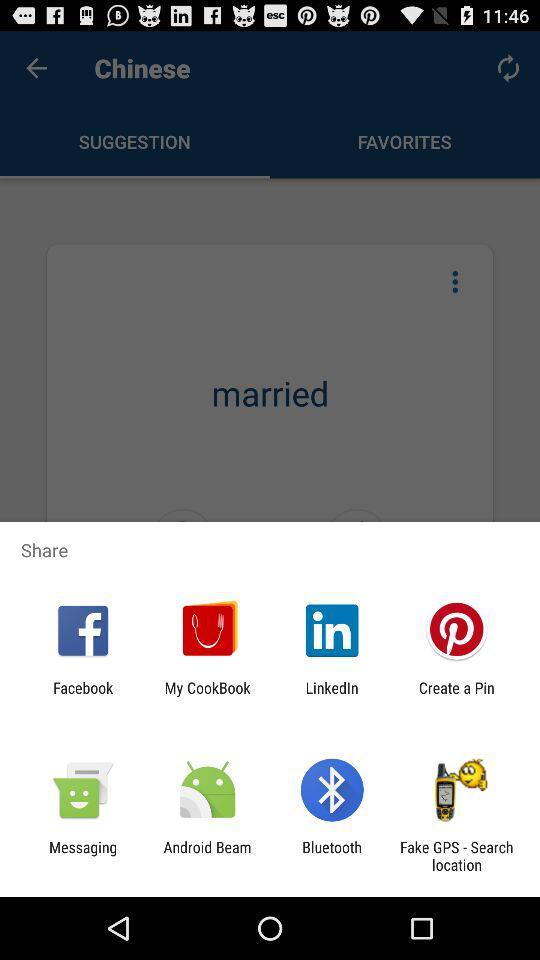 The width and height of the screenshot is (540, 960). Describe the element at coordinates (82, 855) in the screenshot. I see `the messaging icon` at that location.